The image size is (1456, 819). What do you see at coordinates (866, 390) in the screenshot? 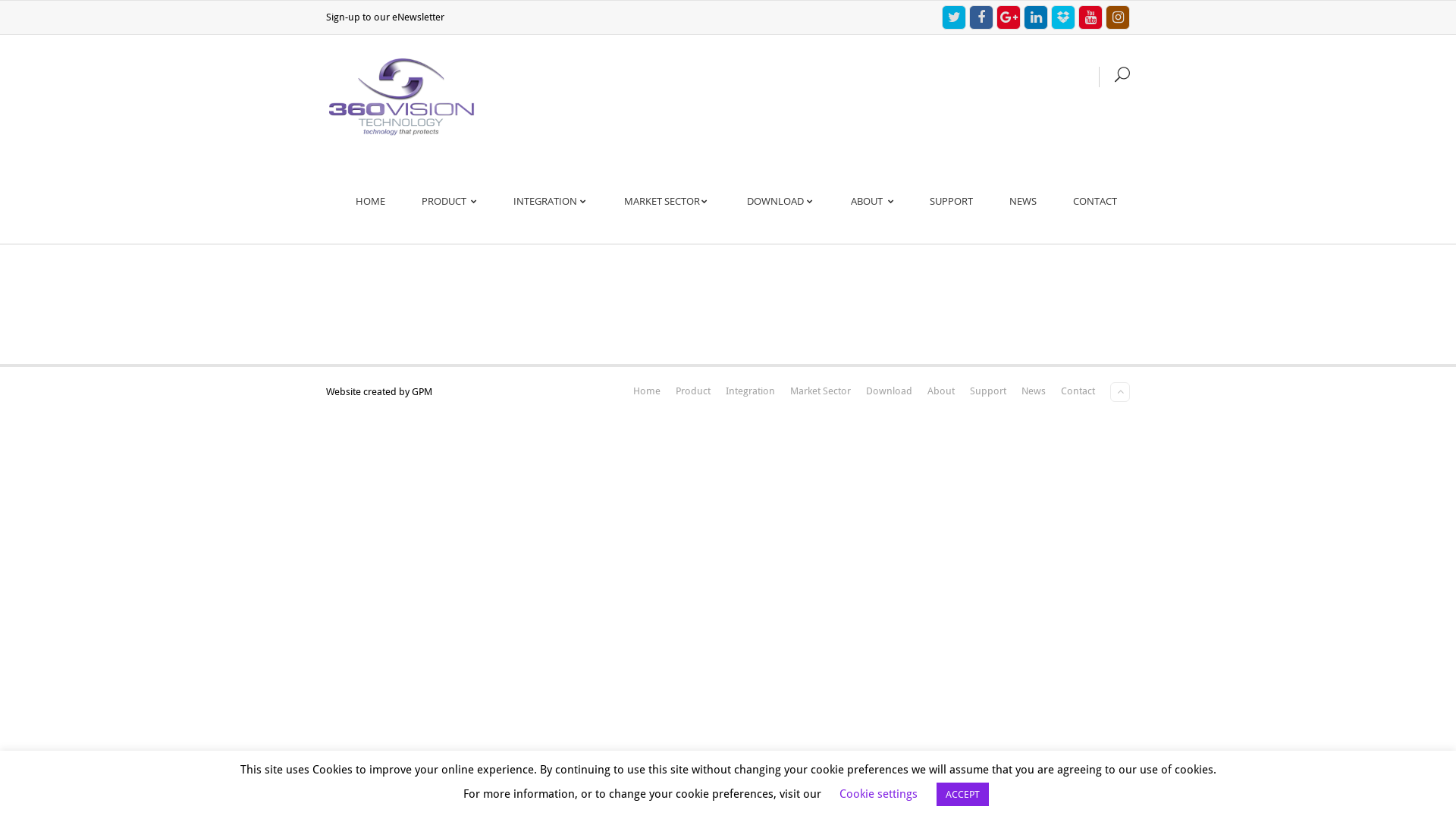
I see `'Download'` at bounding box center [866, 390].